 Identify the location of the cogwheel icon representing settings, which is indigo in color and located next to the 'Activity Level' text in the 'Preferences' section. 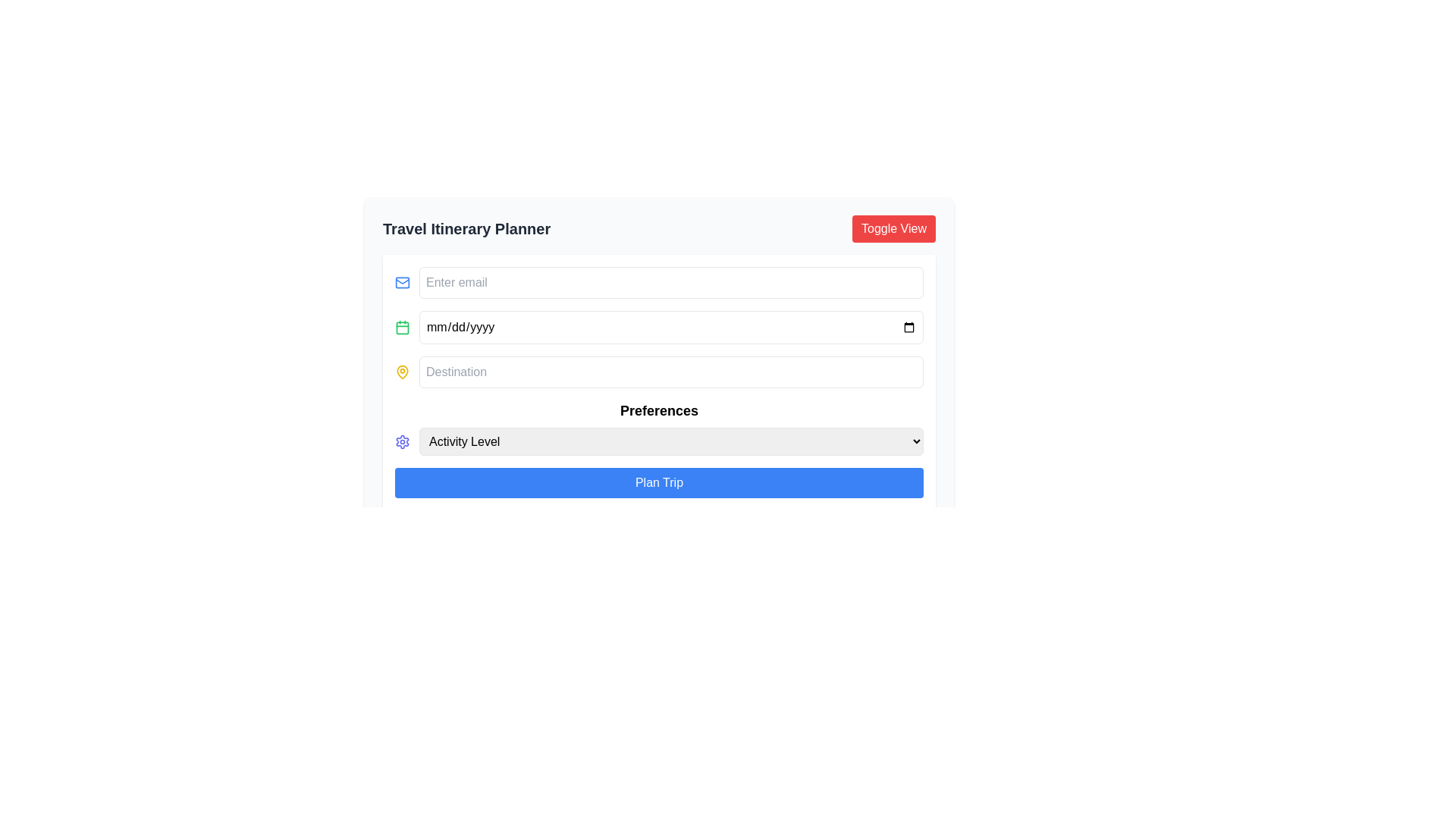
(403, 441).